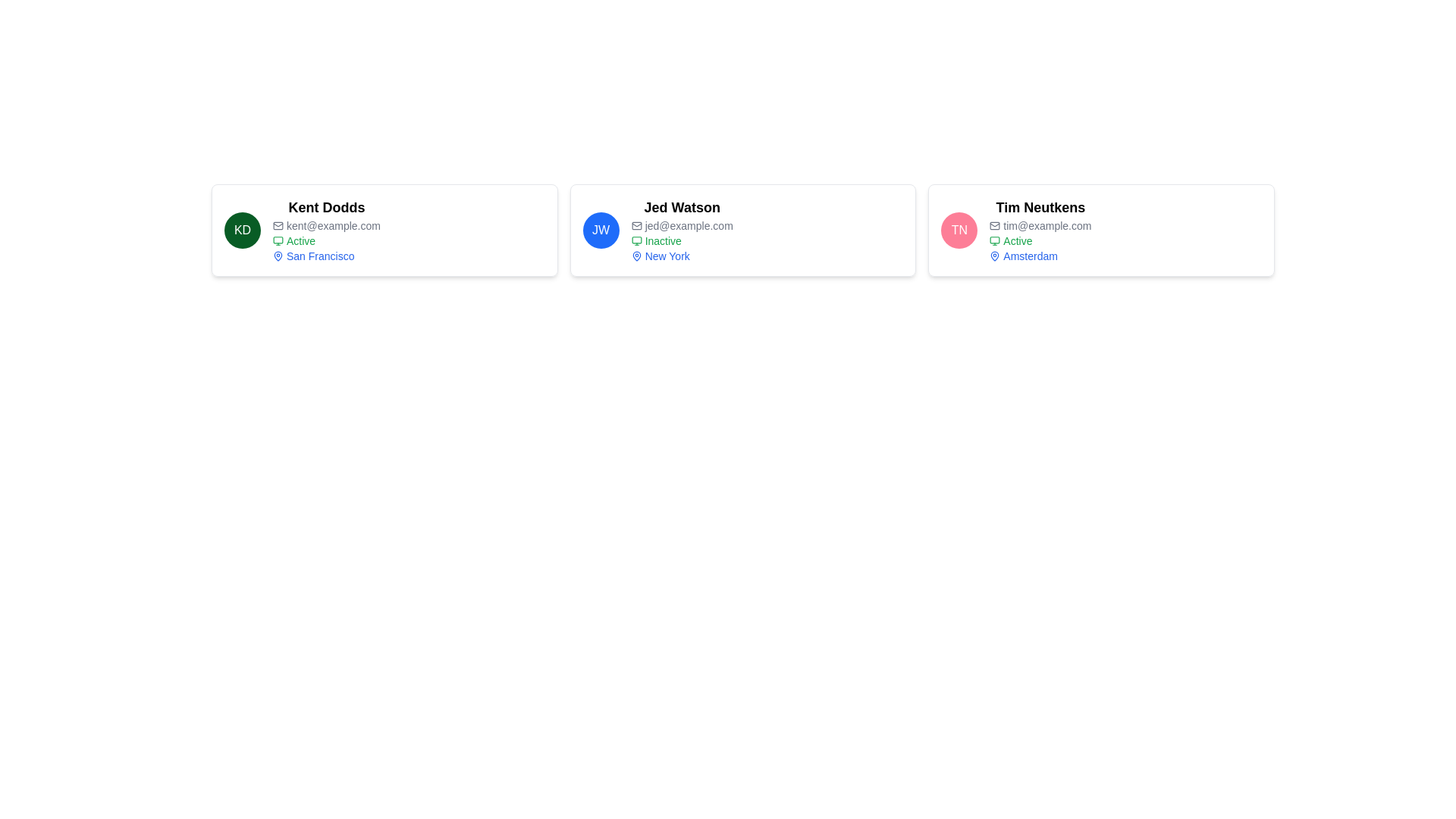 The image size is (1456, 819). I want to click on the prominent text label displaying the name 'Tim Neutkens', which is located at the top of its card on the far right of a horizontal set of three cards, so click(1040, 207).